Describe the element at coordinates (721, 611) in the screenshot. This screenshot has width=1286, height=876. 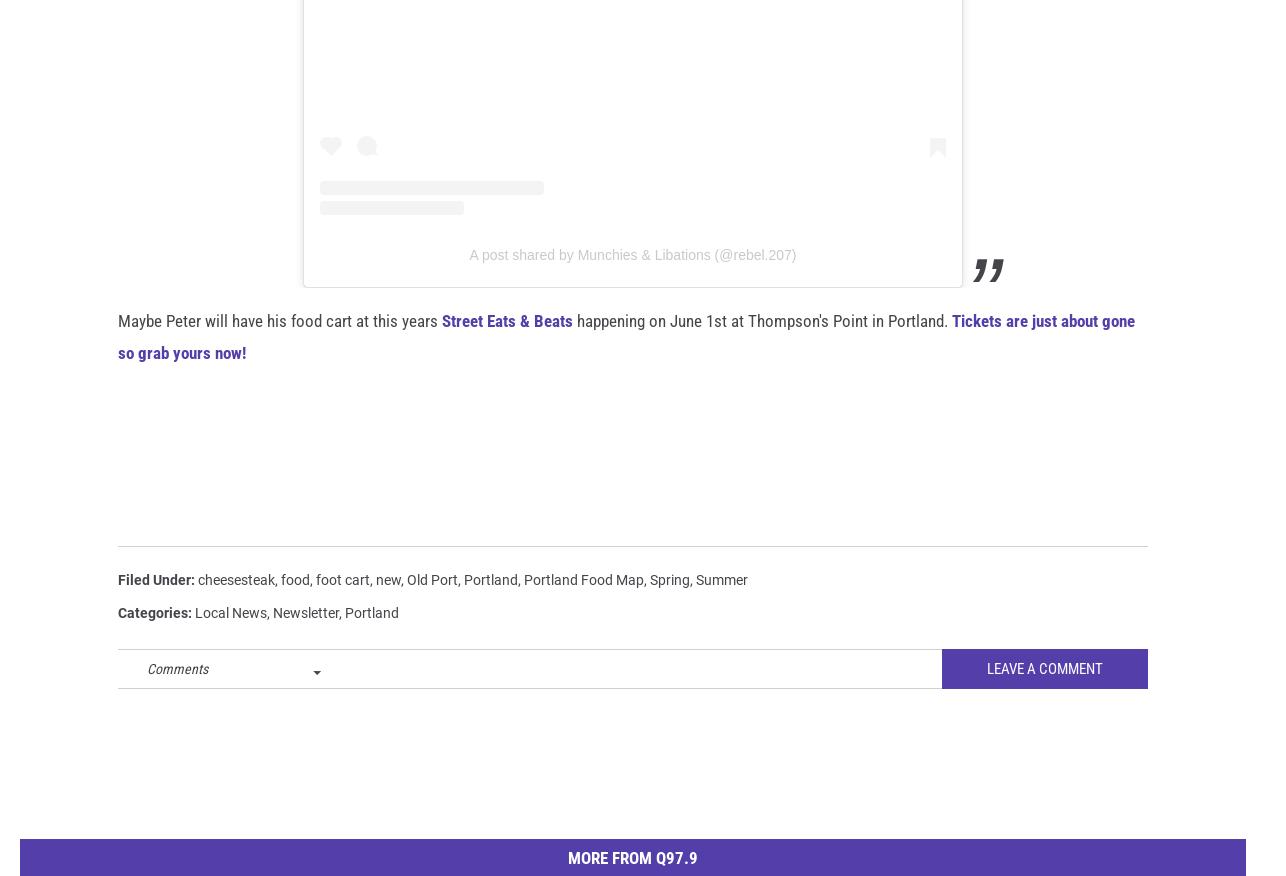
I see `'Summer'` at that location.